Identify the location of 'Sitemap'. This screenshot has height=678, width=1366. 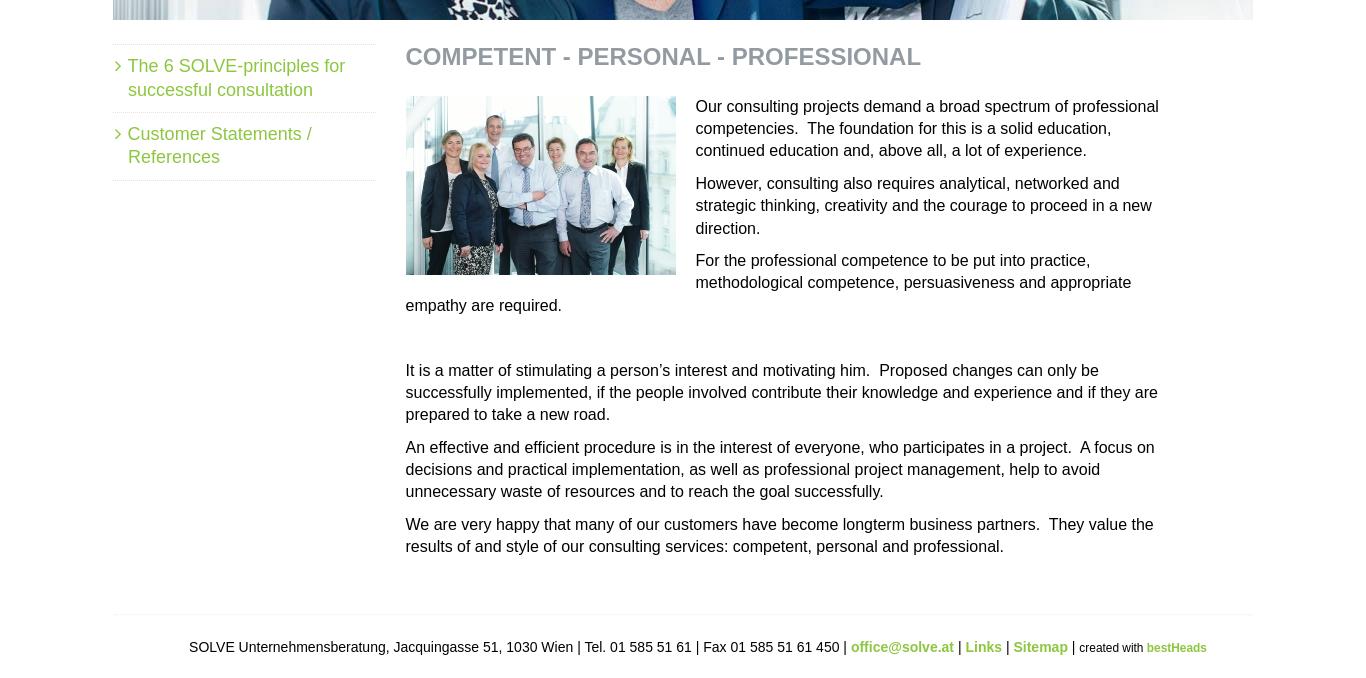
(1040, 645).